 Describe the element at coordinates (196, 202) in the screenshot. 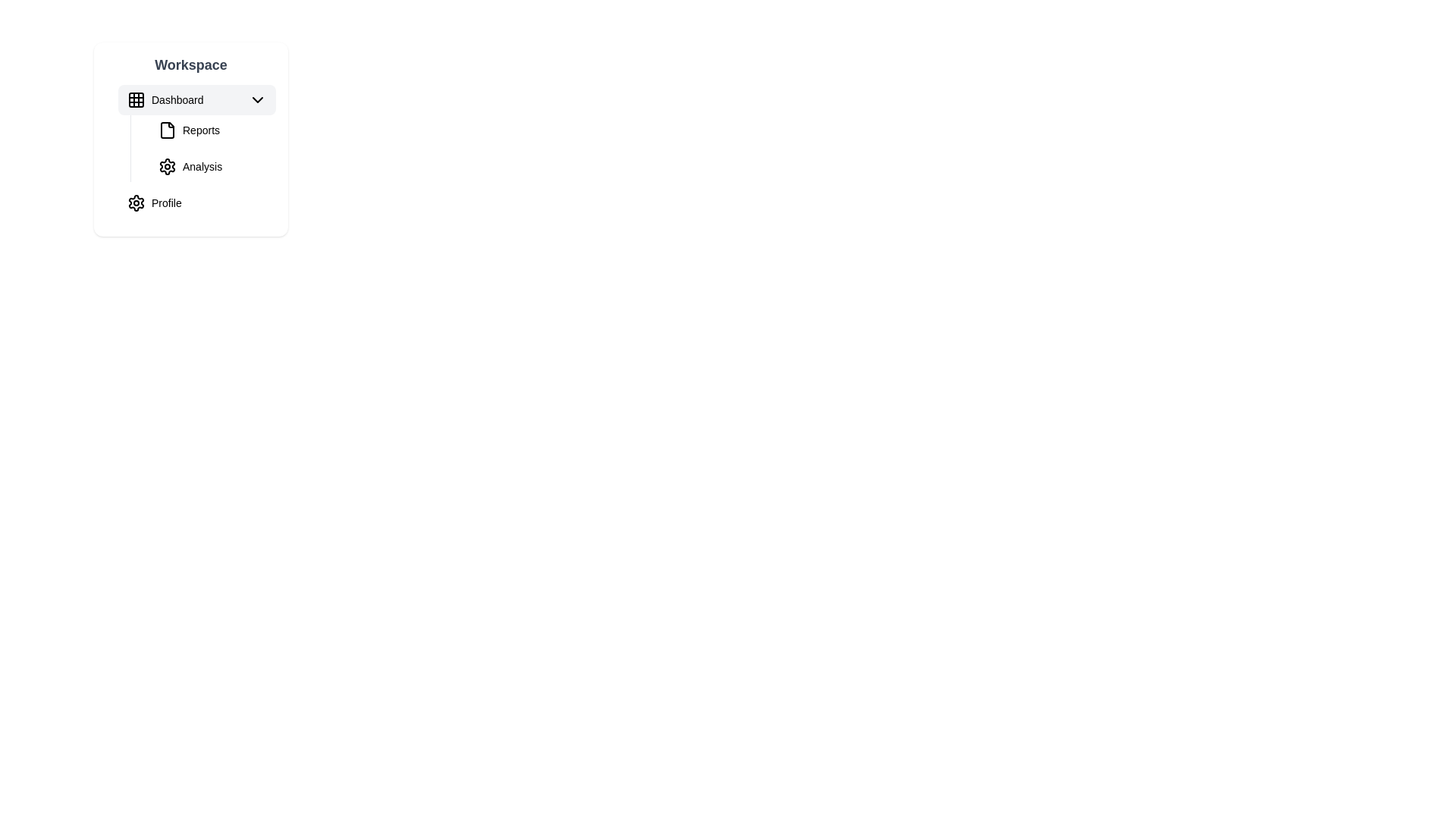

I see `the 'Profile' navigation item` at that location.